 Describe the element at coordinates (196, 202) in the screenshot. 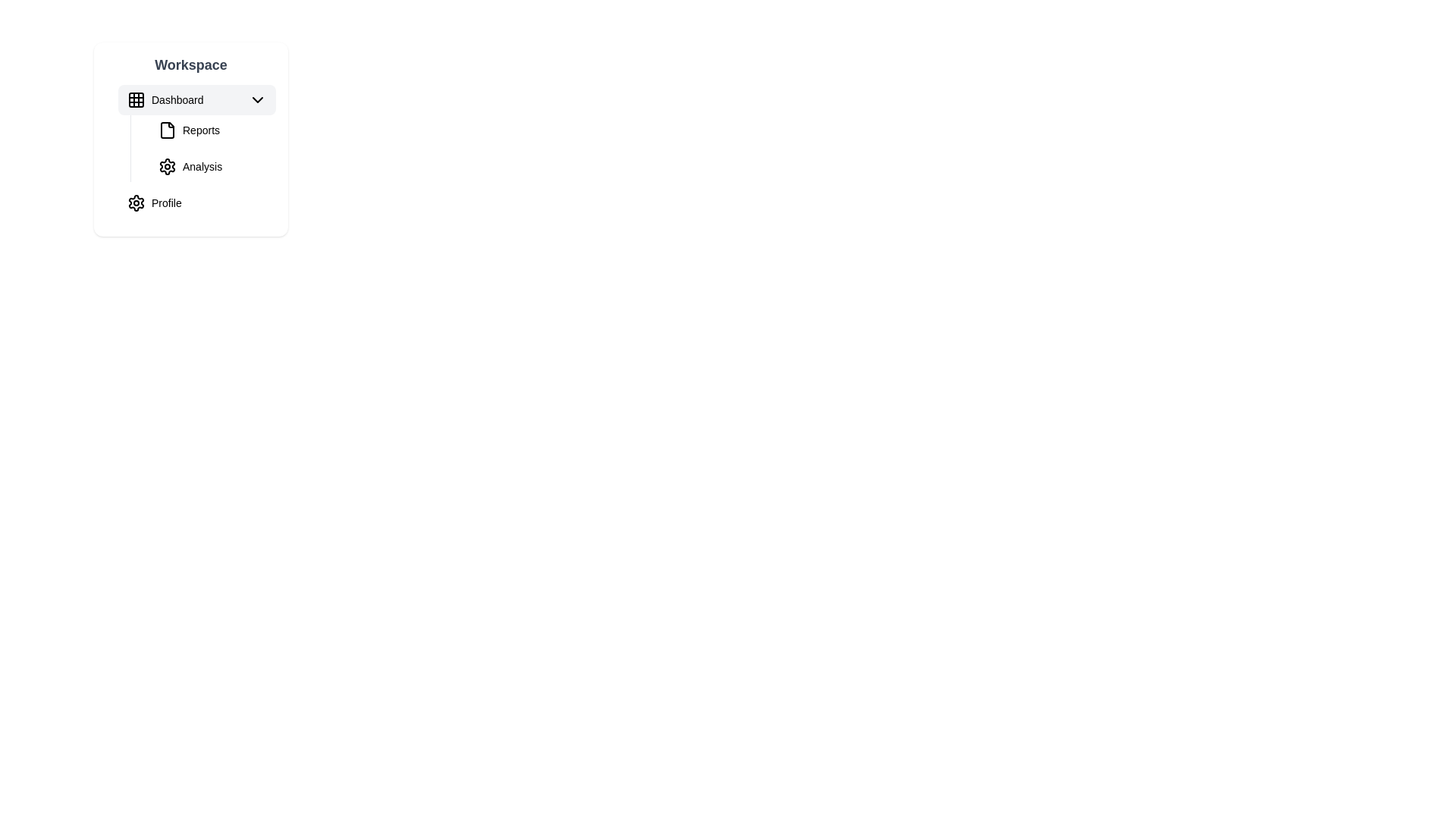

I see `the 'Profile' navigation item` at that location.